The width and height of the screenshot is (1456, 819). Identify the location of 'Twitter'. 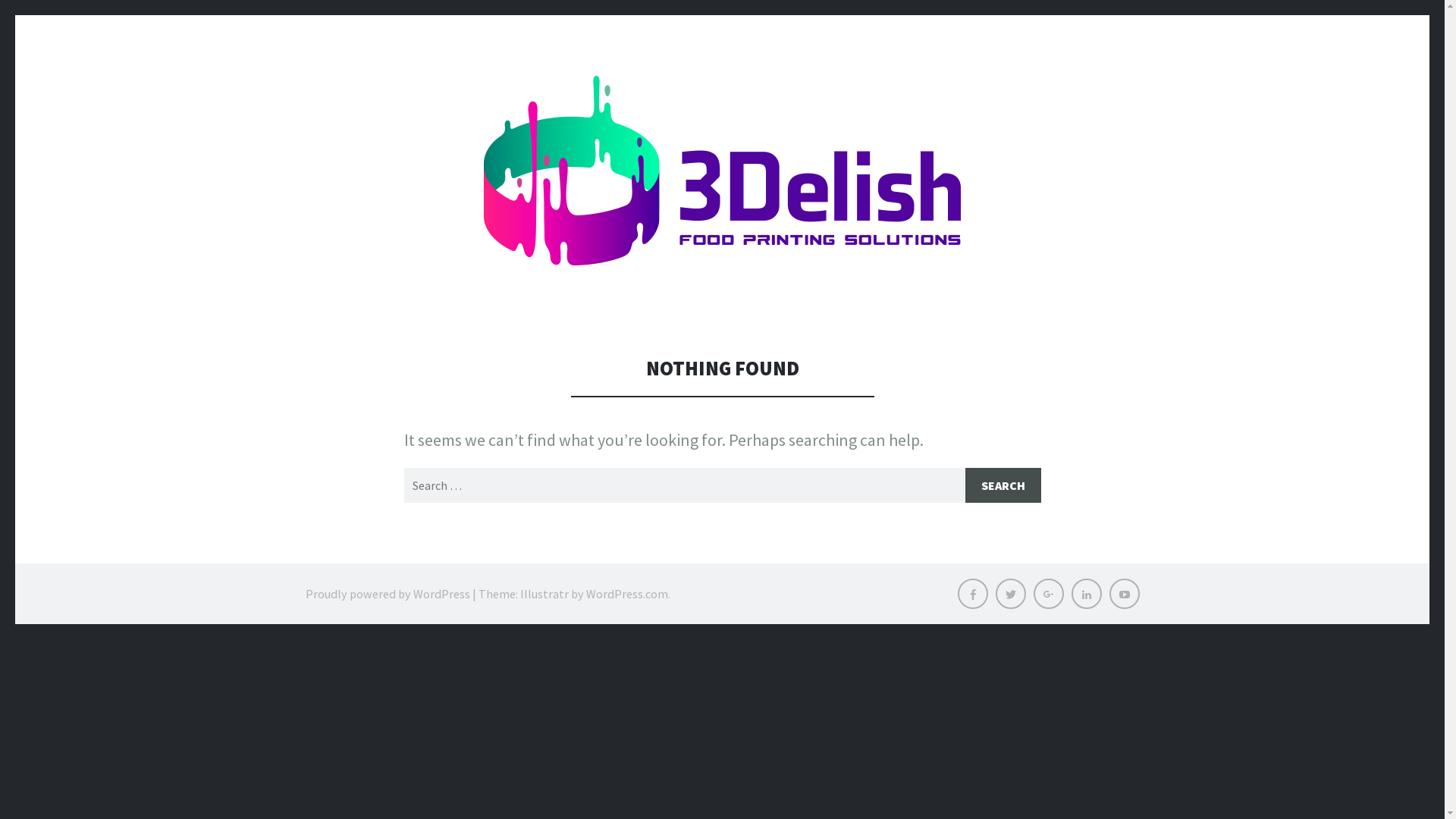
(1010, 593).